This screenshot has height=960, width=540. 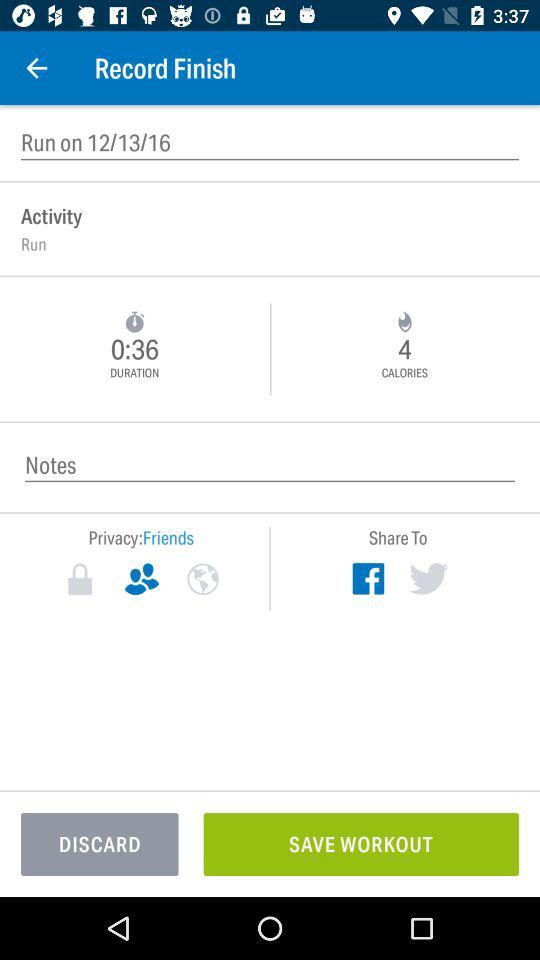 What do you see at coordinates (427, 578) in the screenshot?
I see `share to twitter` at bounding box center [427, 578].